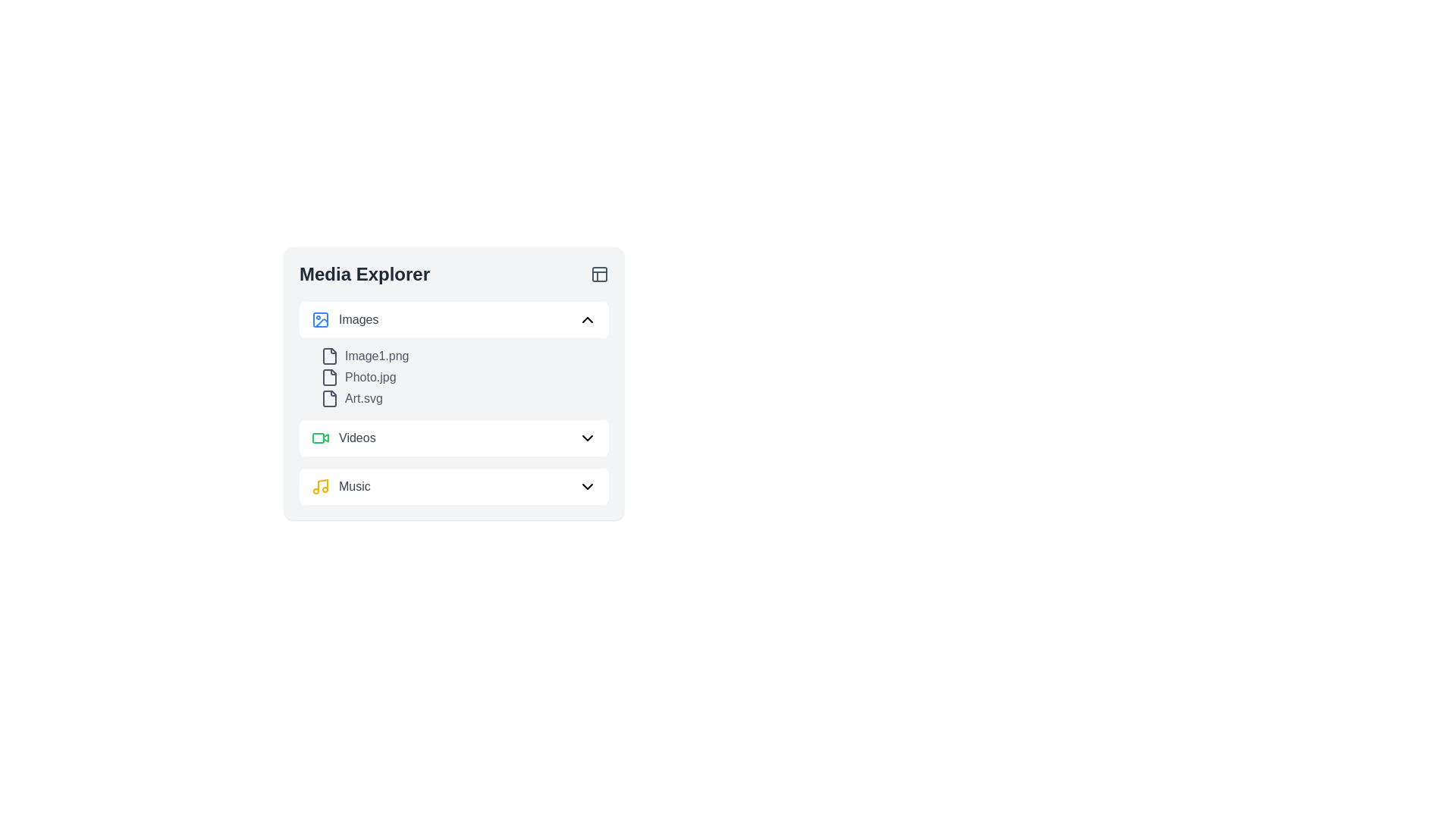 This screenshot has height=819, width=1456. I want to click on the dropdown toggle icon located at the right end of the 'Videos' row, so click(586, 438).